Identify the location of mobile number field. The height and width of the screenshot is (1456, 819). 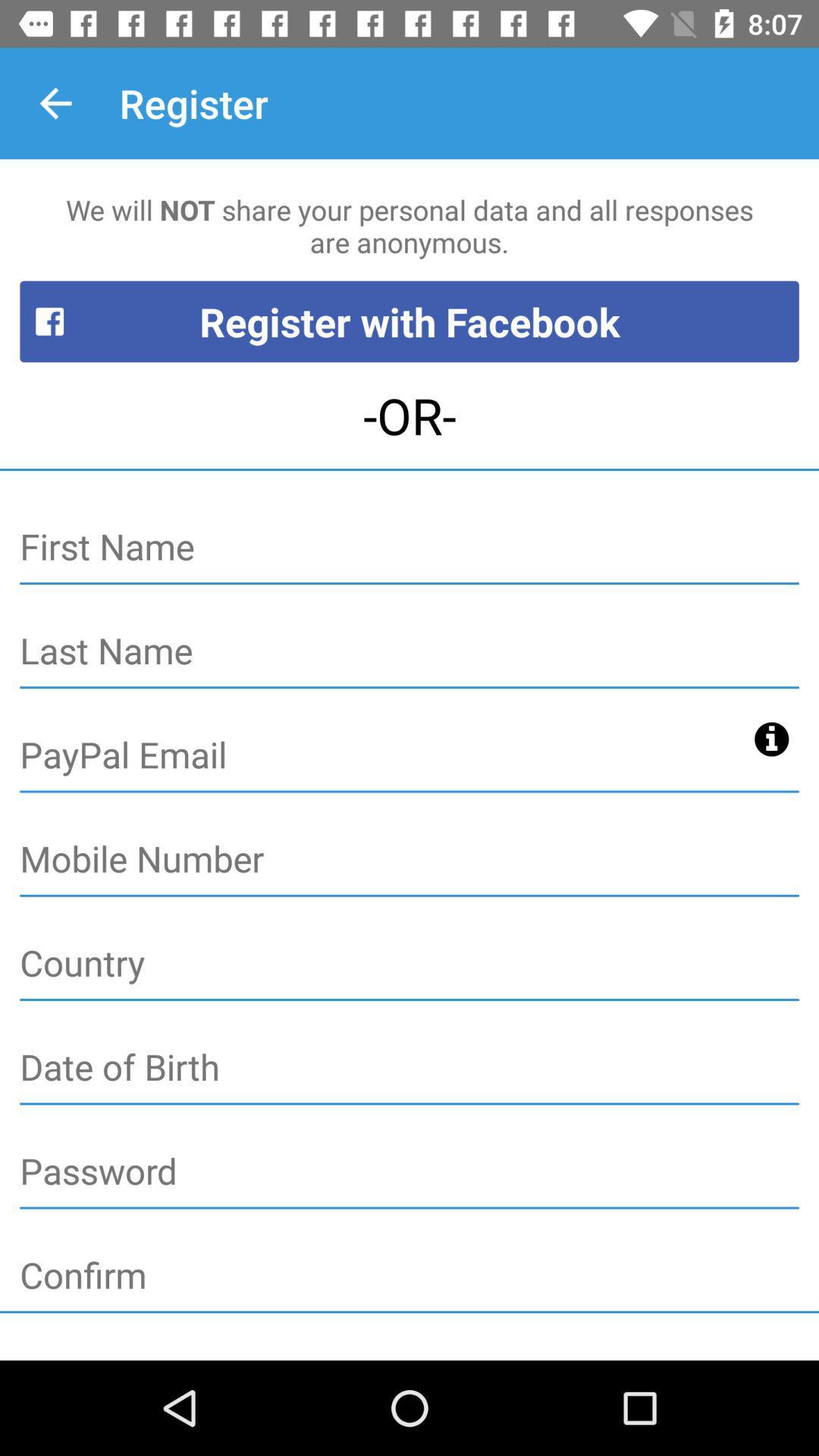
(409, 860).